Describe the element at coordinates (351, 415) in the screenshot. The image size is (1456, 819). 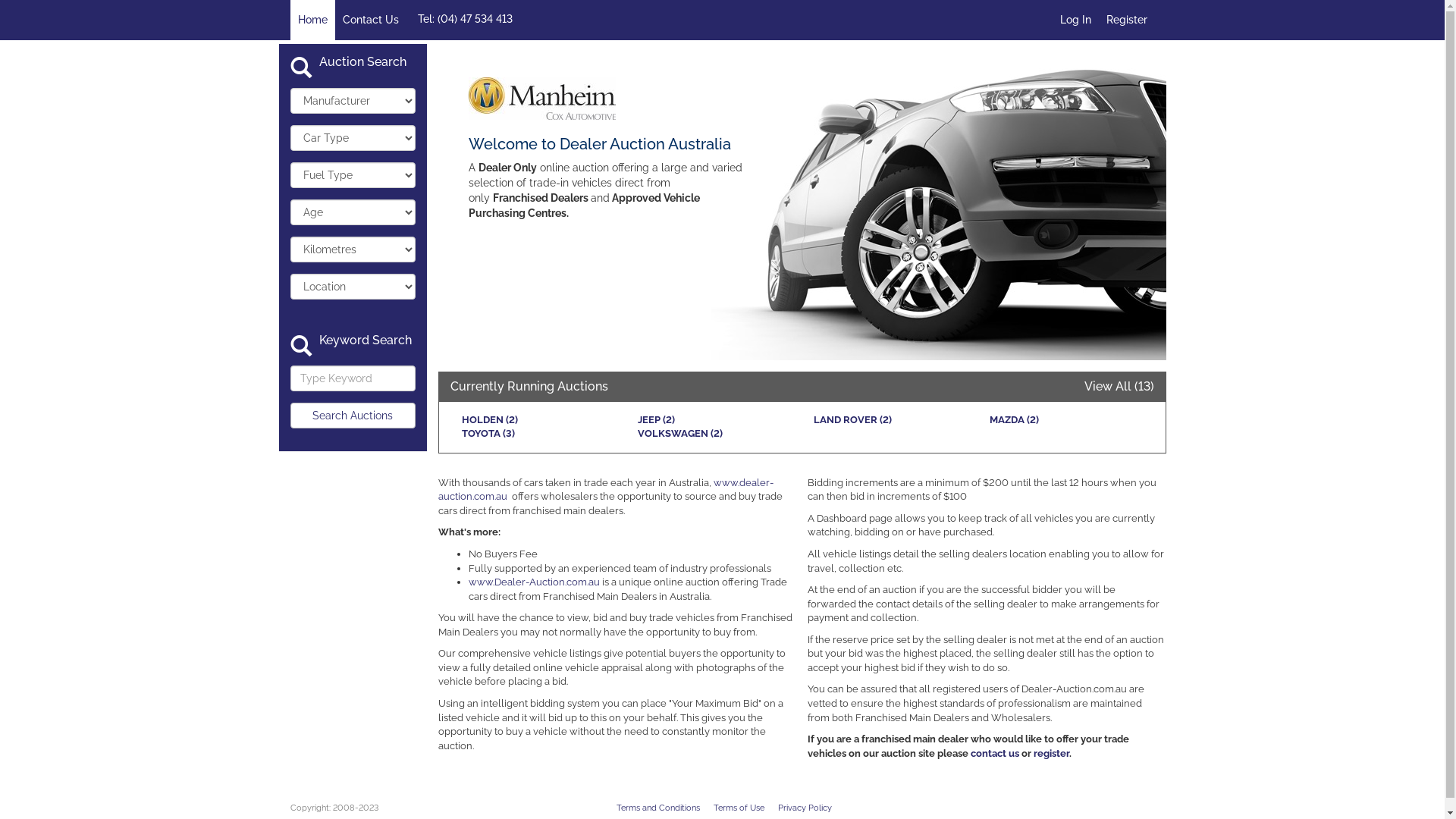
I see `'Search Auctions'` at that location.